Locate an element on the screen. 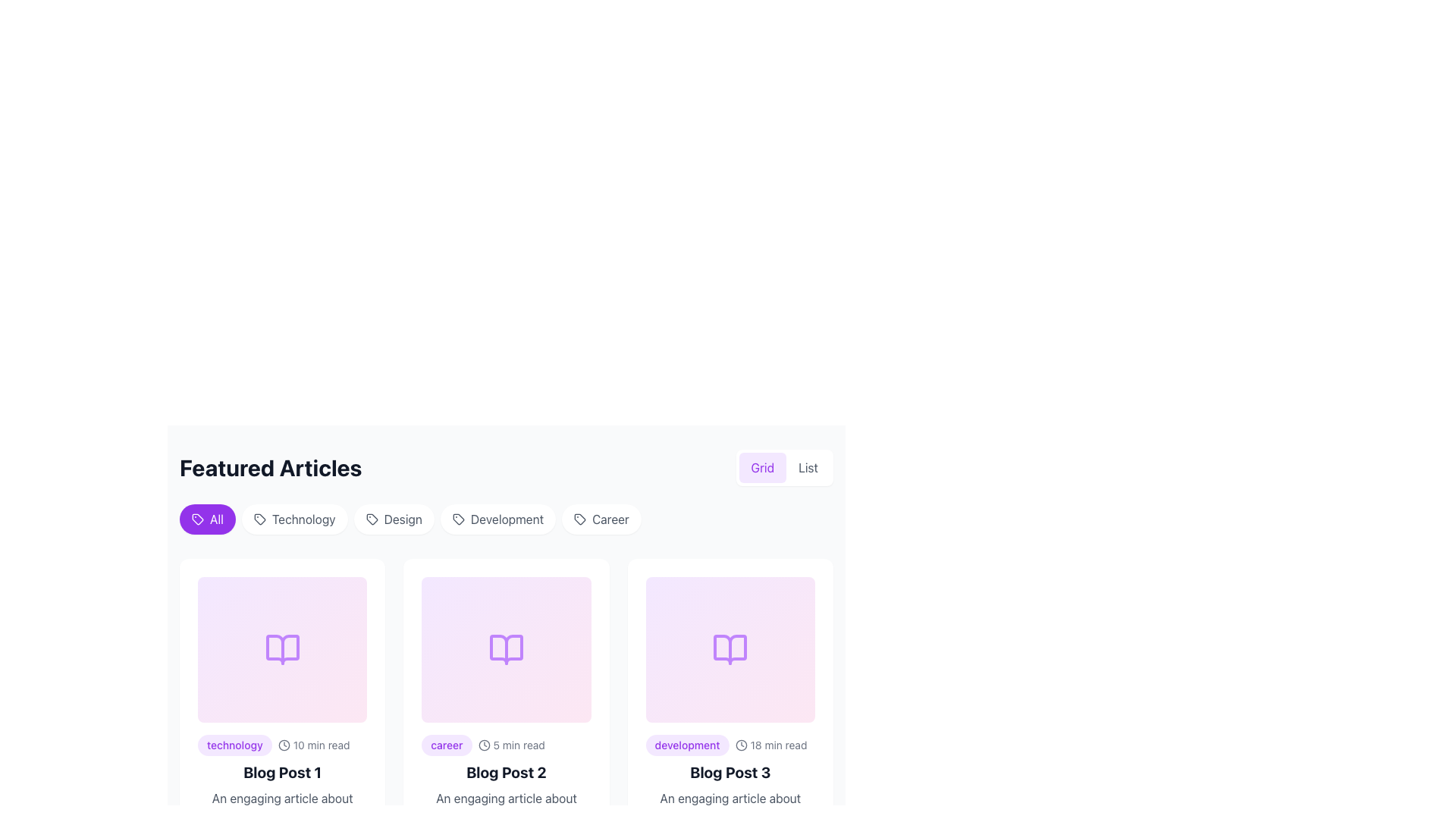 The height and width of the screenshot is (819, 1456). the 'Career' button, which is a rounded rectangular button with a white background and gray text, located in the bottom right part of a horizontal list of buttons is located at coordinates (601, 519).